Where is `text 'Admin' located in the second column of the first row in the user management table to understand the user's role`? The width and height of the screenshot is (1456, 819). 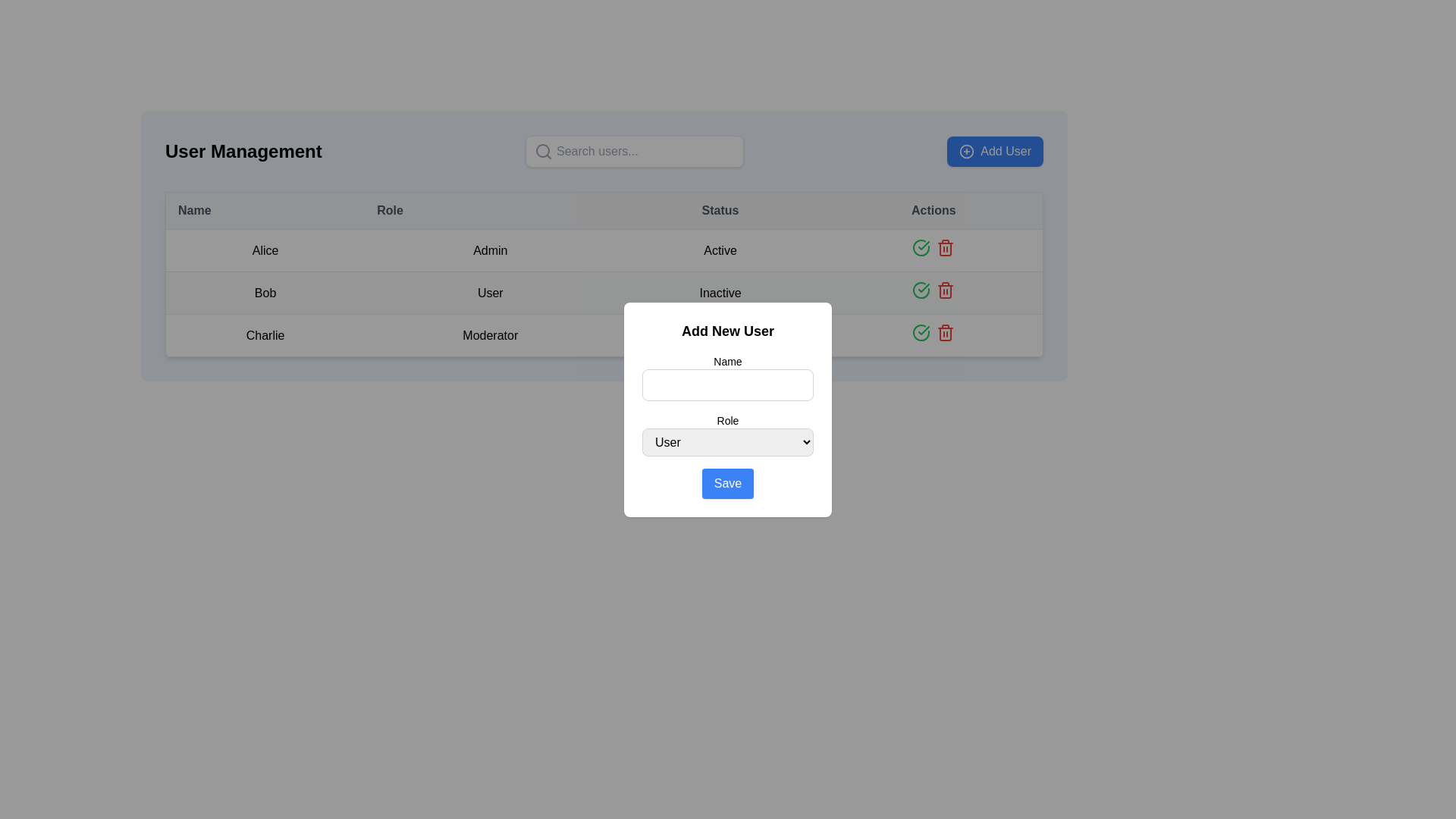 text 'Admin' located in the second column of the first row in the user management table to understand the user's role is located at coordinates (490, 249).